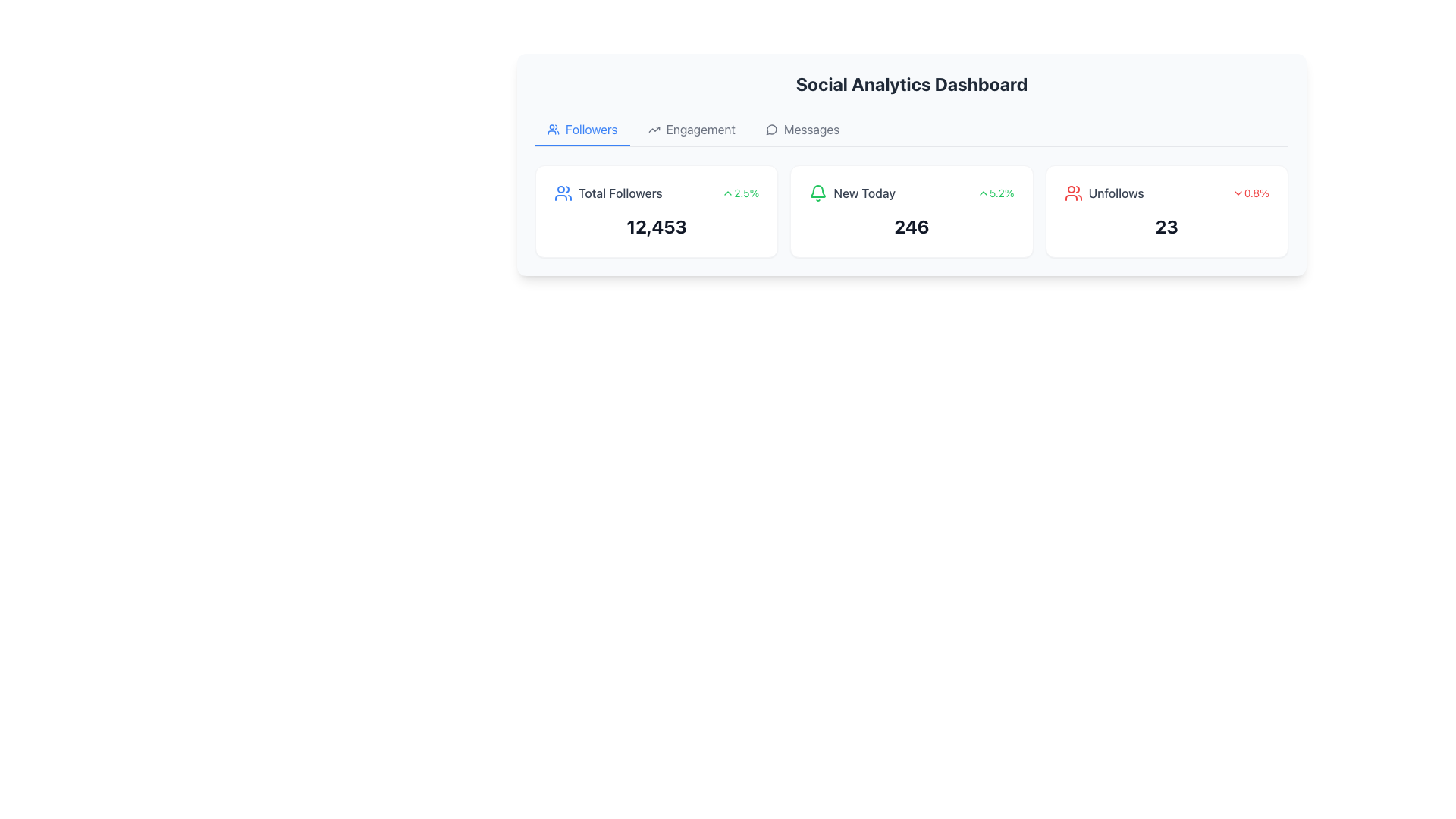  Describe the element at coordinates (608, 192) in the screenshot. I see `the non-interactive label with the icon that describes the total number of followers, located in the top-left metrics card of the dashboard` at that location.